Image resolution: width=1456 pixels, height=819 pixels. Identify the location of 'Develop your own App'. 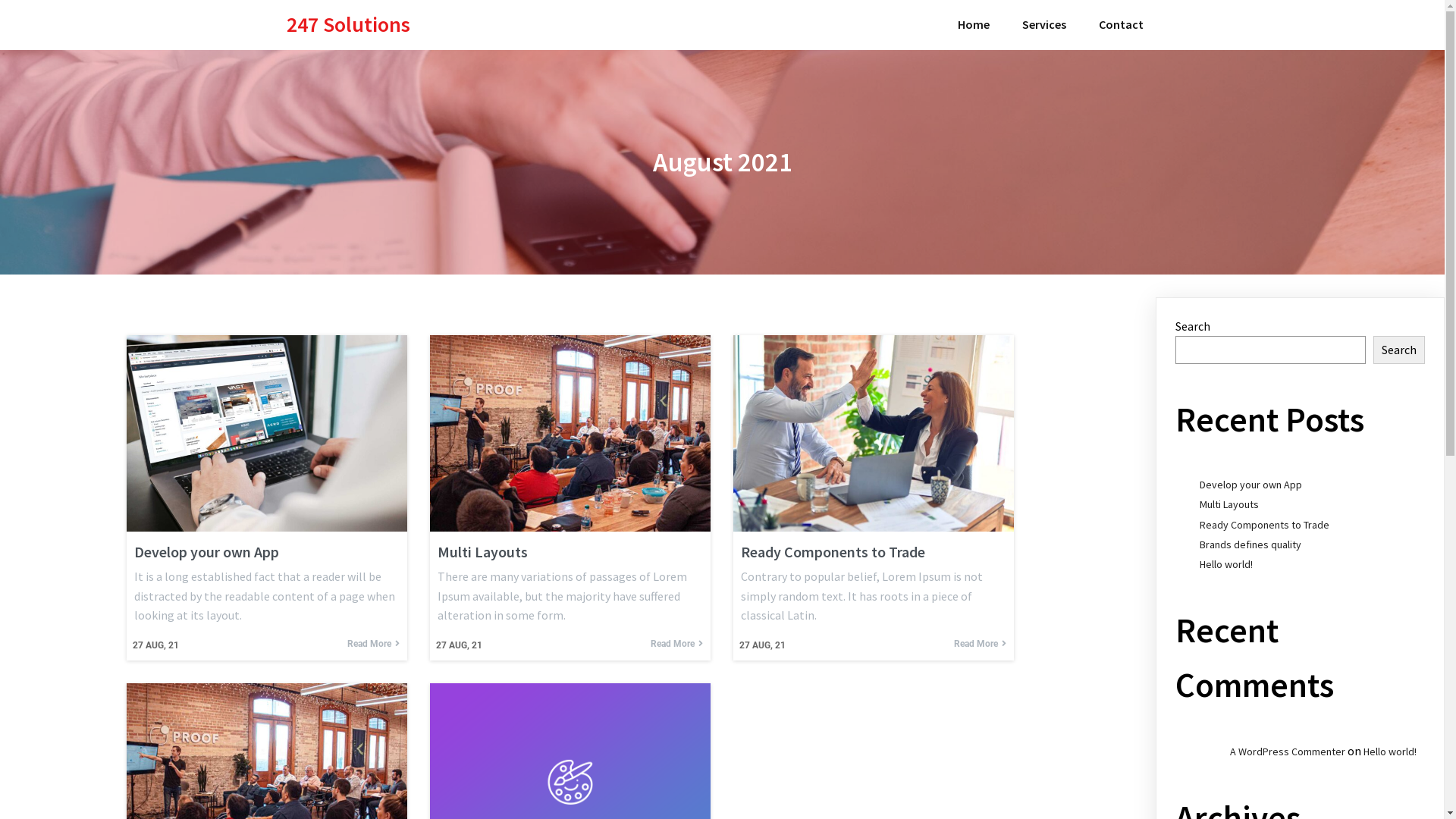
(134, 552).